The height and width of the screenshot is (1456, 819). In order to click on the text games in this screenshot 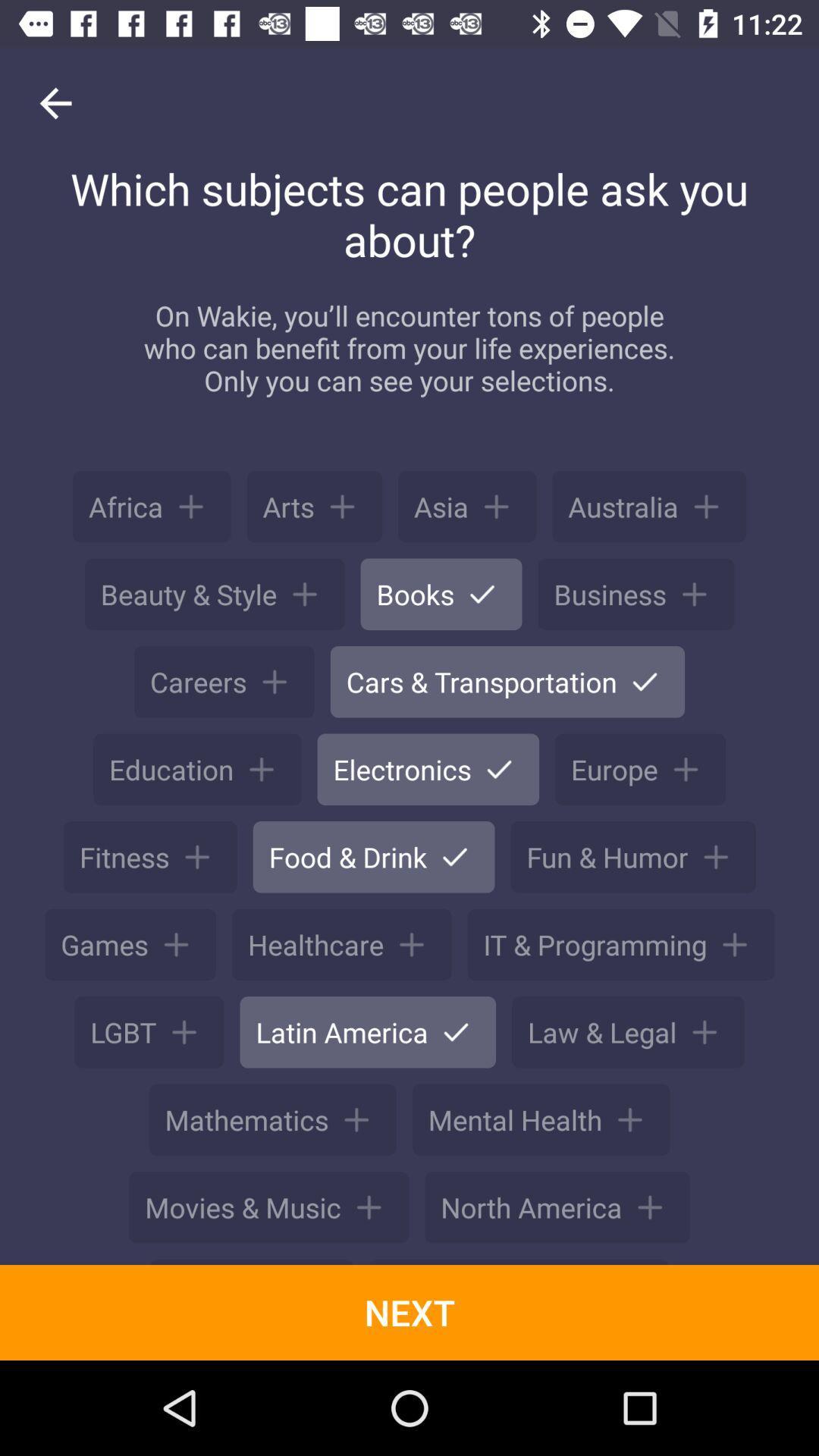, I will do `click(130, 944)`.